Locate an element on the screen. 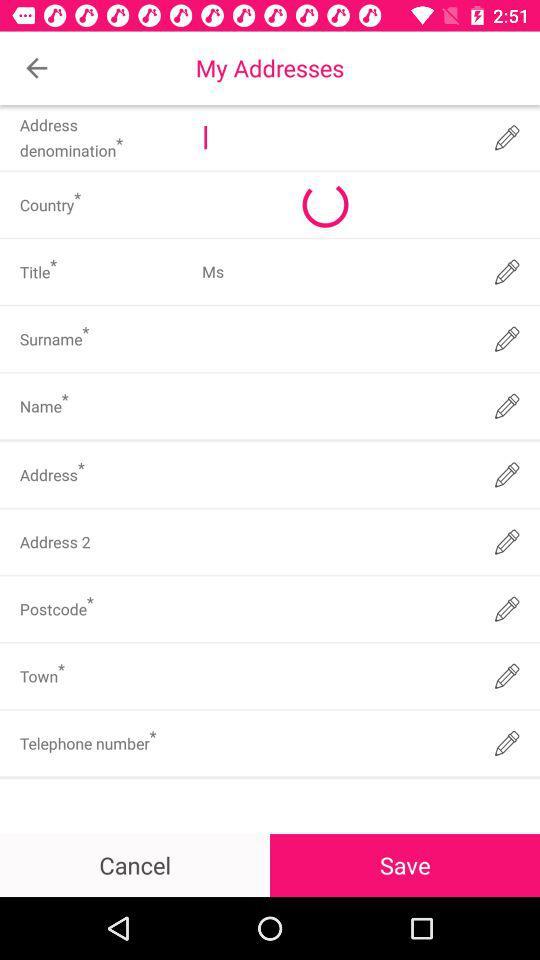 This screenshot has height=960, width=540. town text entry field is located at coordinates (335, 676).